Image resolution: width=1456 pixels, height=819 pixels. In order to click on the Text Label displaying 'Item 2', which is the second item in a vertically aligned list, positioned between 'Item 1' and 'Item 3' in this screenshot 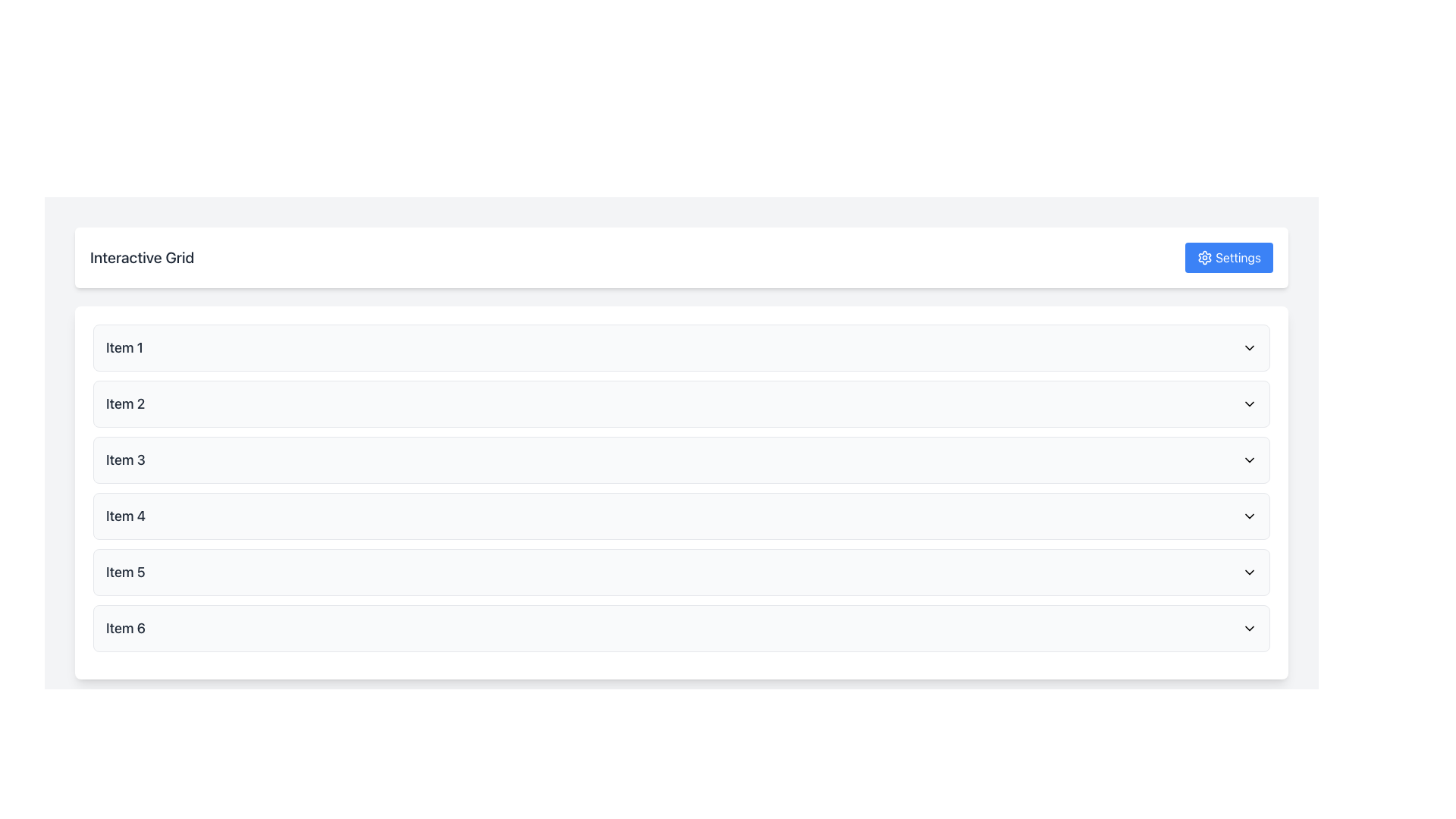, I will do `click(125, 403)`.